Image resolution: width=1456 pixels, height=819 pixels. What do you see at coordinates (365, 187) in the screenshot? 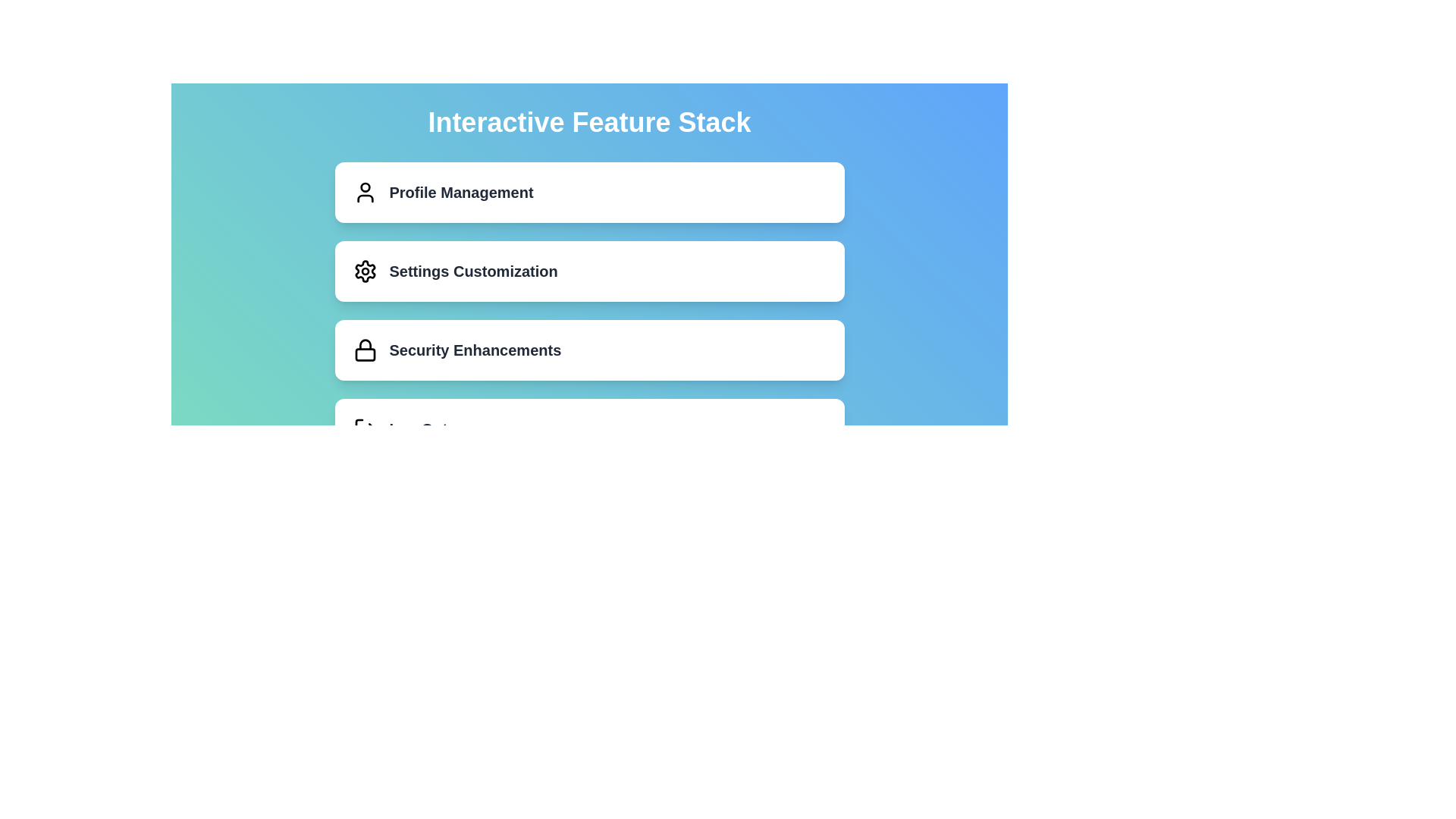
I see `the SVG Circle representing the person's head in the user profile icon located in the left part of the first card under 'Interactive Feature Stack'` at bounding box center [365, 187].